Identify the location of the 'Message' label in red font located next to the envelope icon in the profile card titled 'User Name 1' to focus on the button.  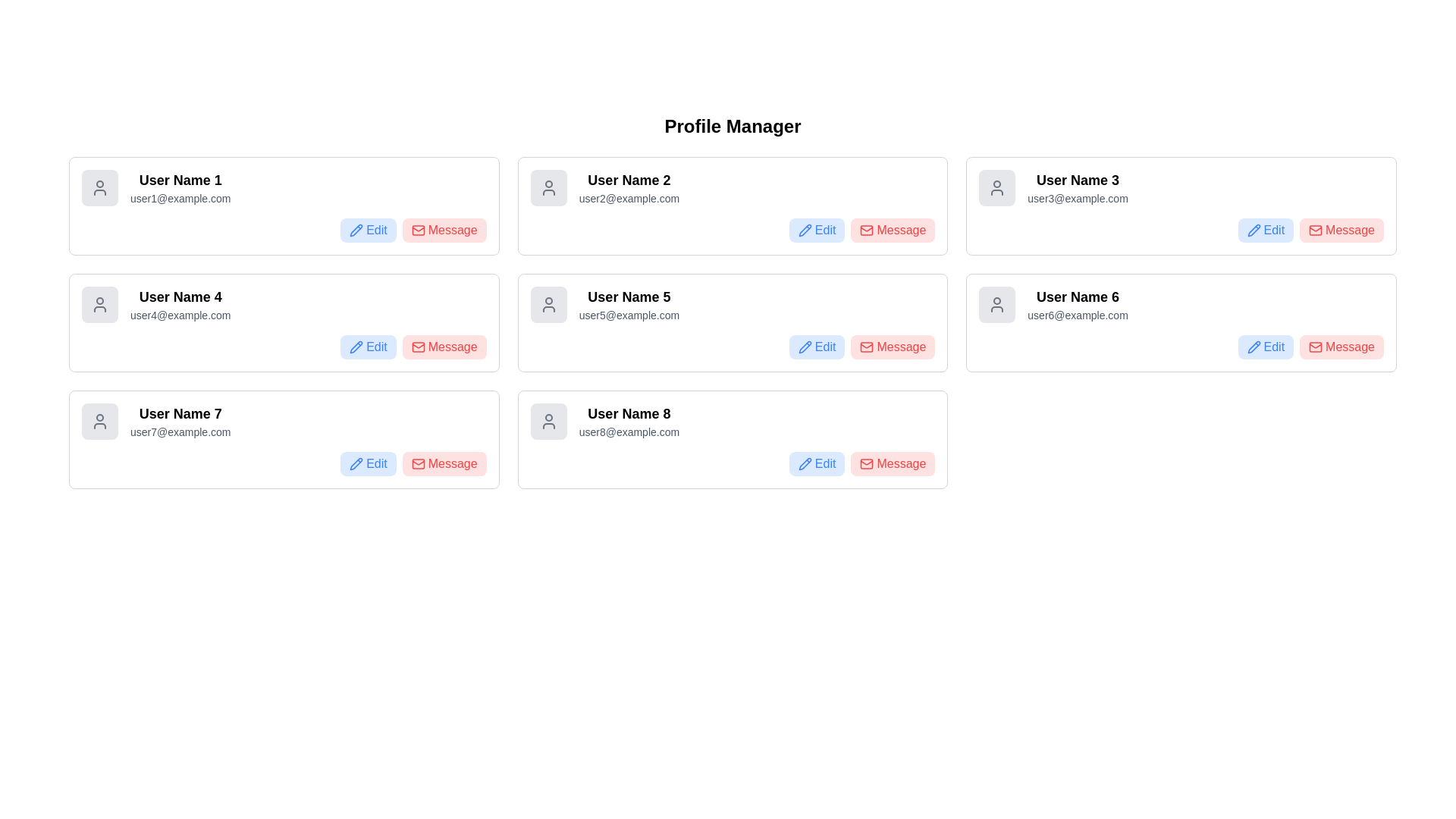
(452, 231).